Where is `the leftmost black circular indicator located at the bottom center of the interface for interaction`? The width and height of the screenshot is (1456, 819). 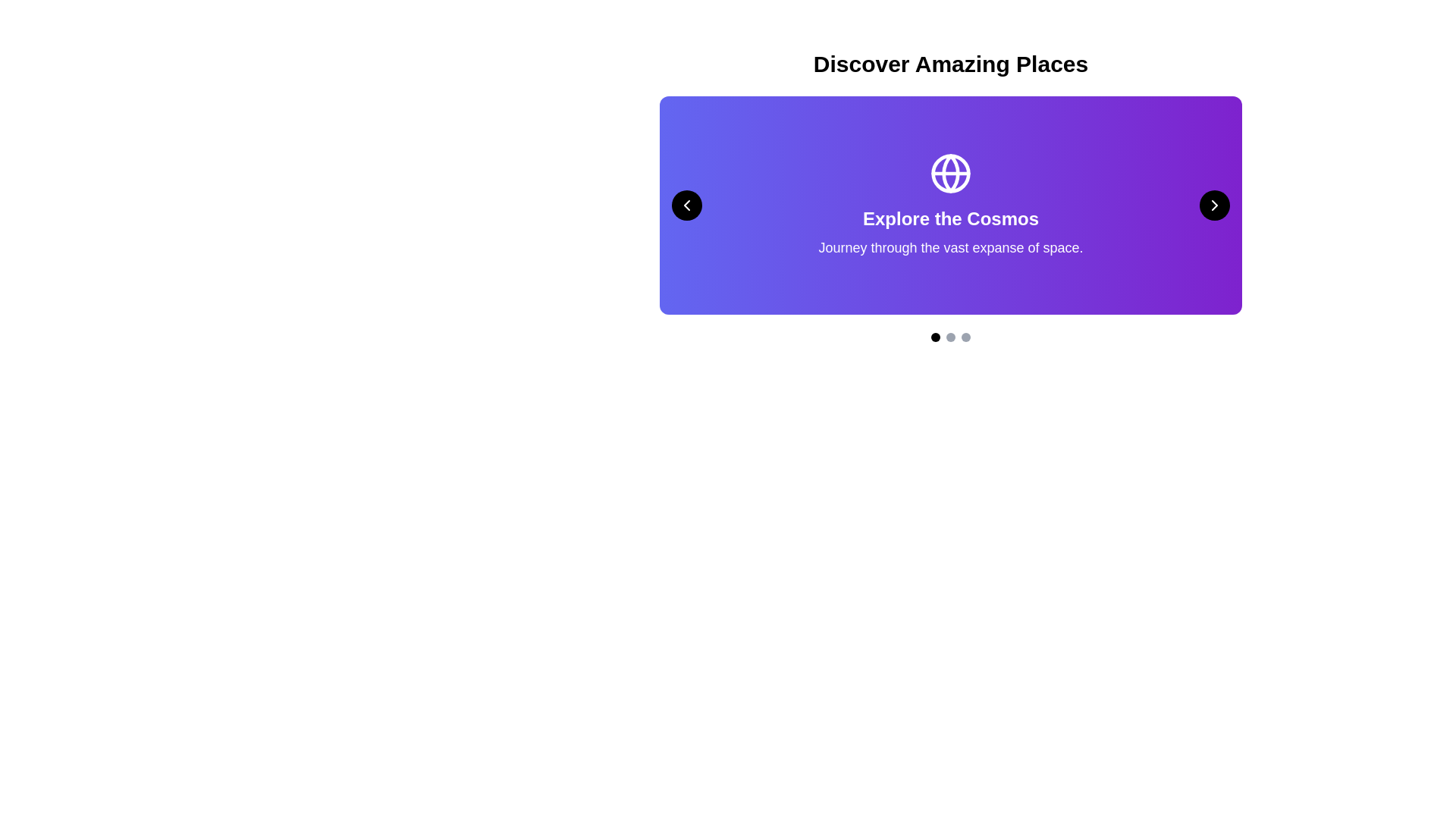 the leftmost black circular indicator located at the bottom center of the interface for interaction is located at coordinates (934, 336).